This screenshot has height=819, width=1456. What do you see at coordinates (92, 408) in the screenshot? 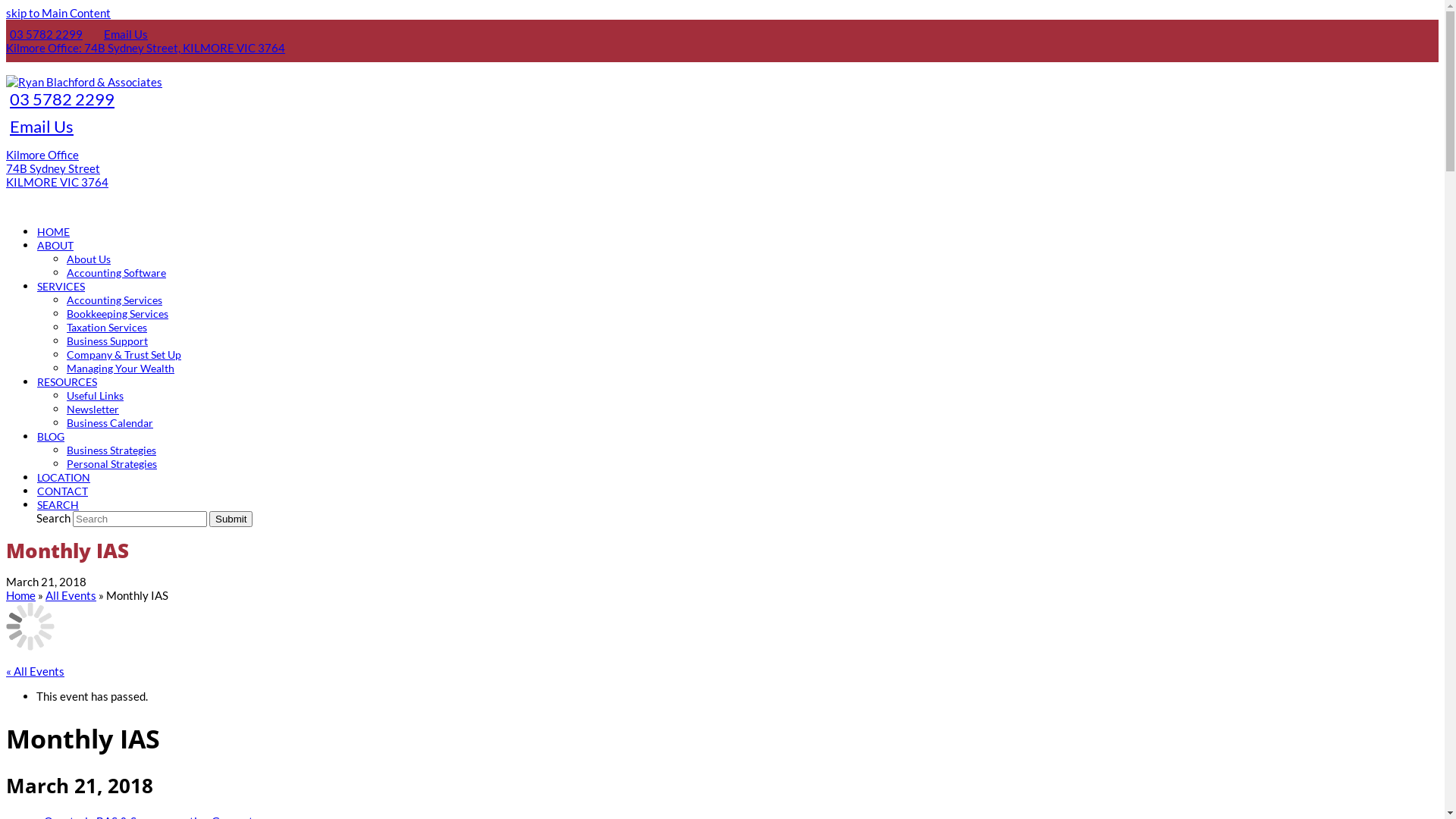
I see `'Newsletter'` at bounding box center [92, 408].